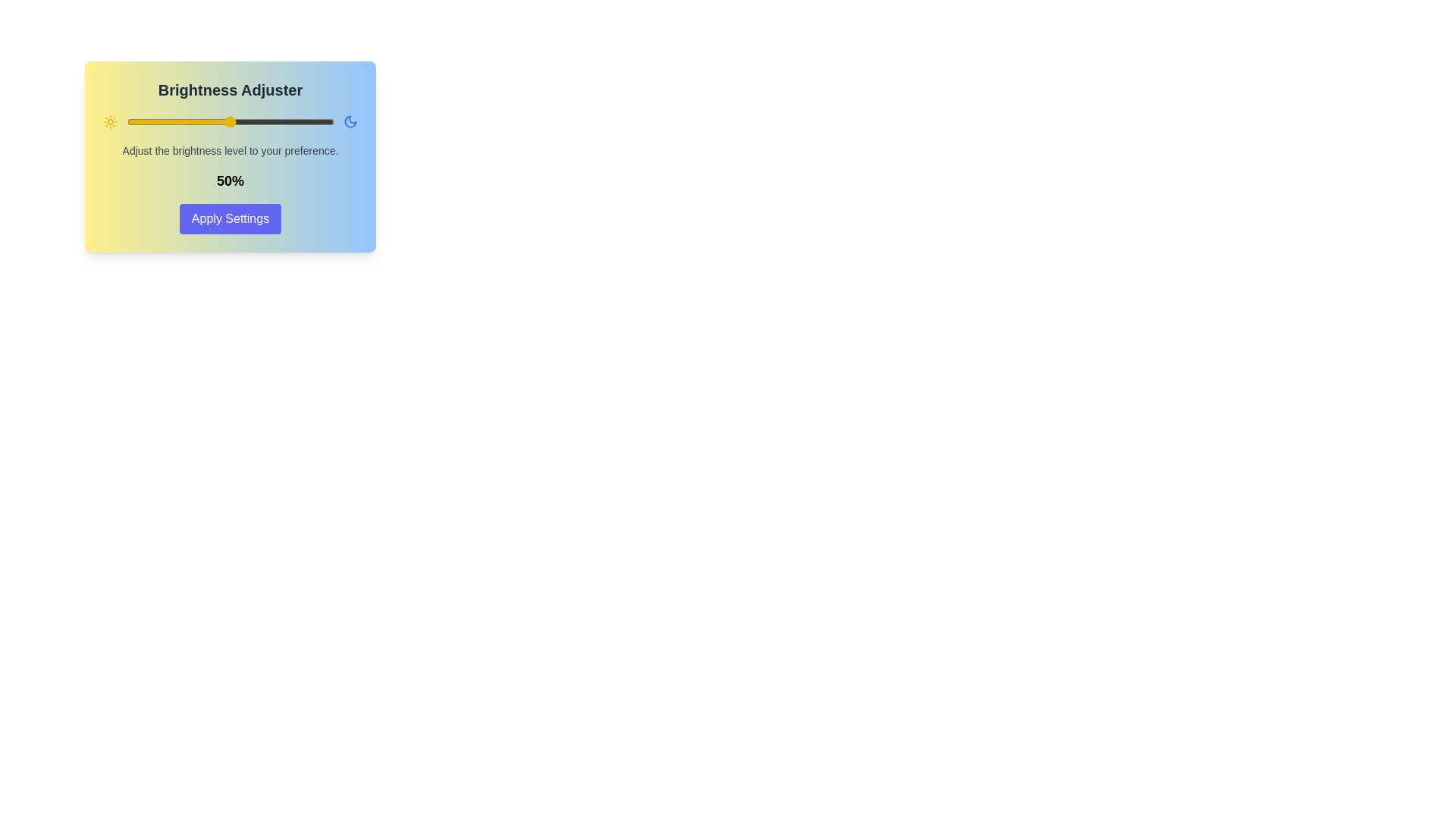 This screenshot has width=1456, height=819. Describe the element at coordinates (155, 121) in the screenshot. I see `the brightness slider to 14%` at that location.